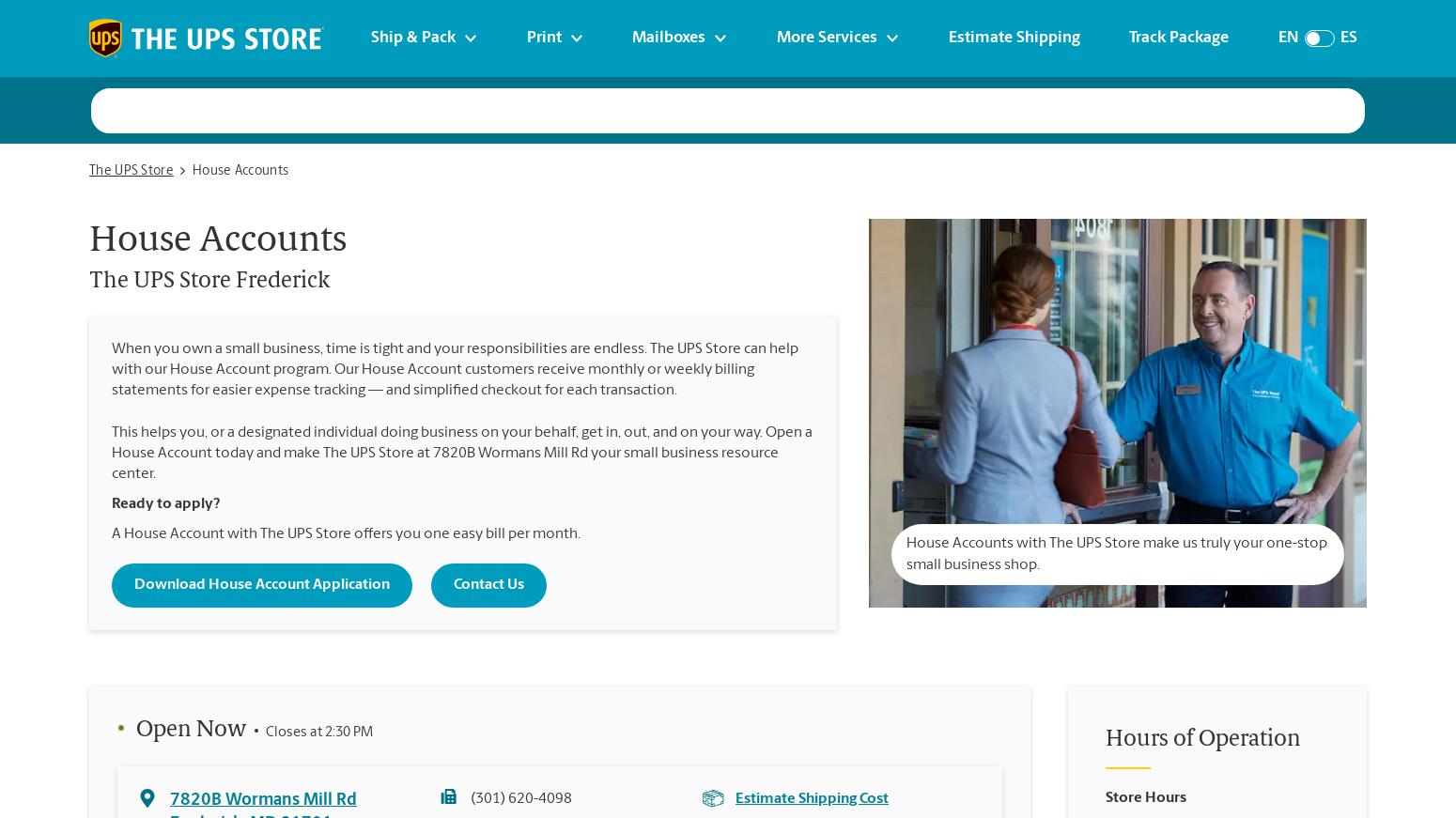 The height and width of the screenshot is (818, 1456). Describe the element at coordinates (1146, 798) in the screenshot. I see `'Store Hours'` at that location.